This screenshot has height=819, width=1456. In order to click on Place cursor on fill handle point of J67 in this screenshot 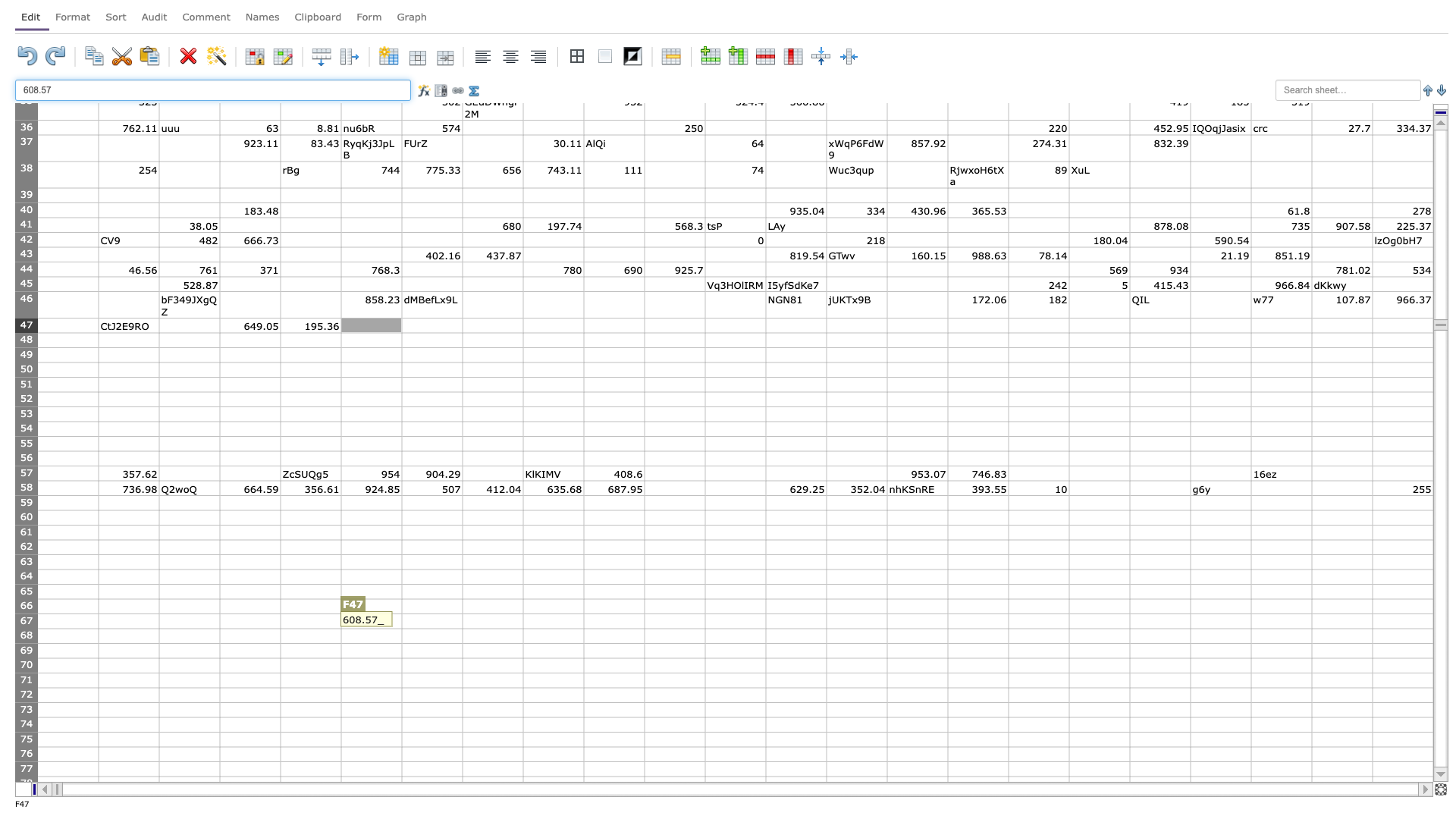, I will do `click(644, 629)`.